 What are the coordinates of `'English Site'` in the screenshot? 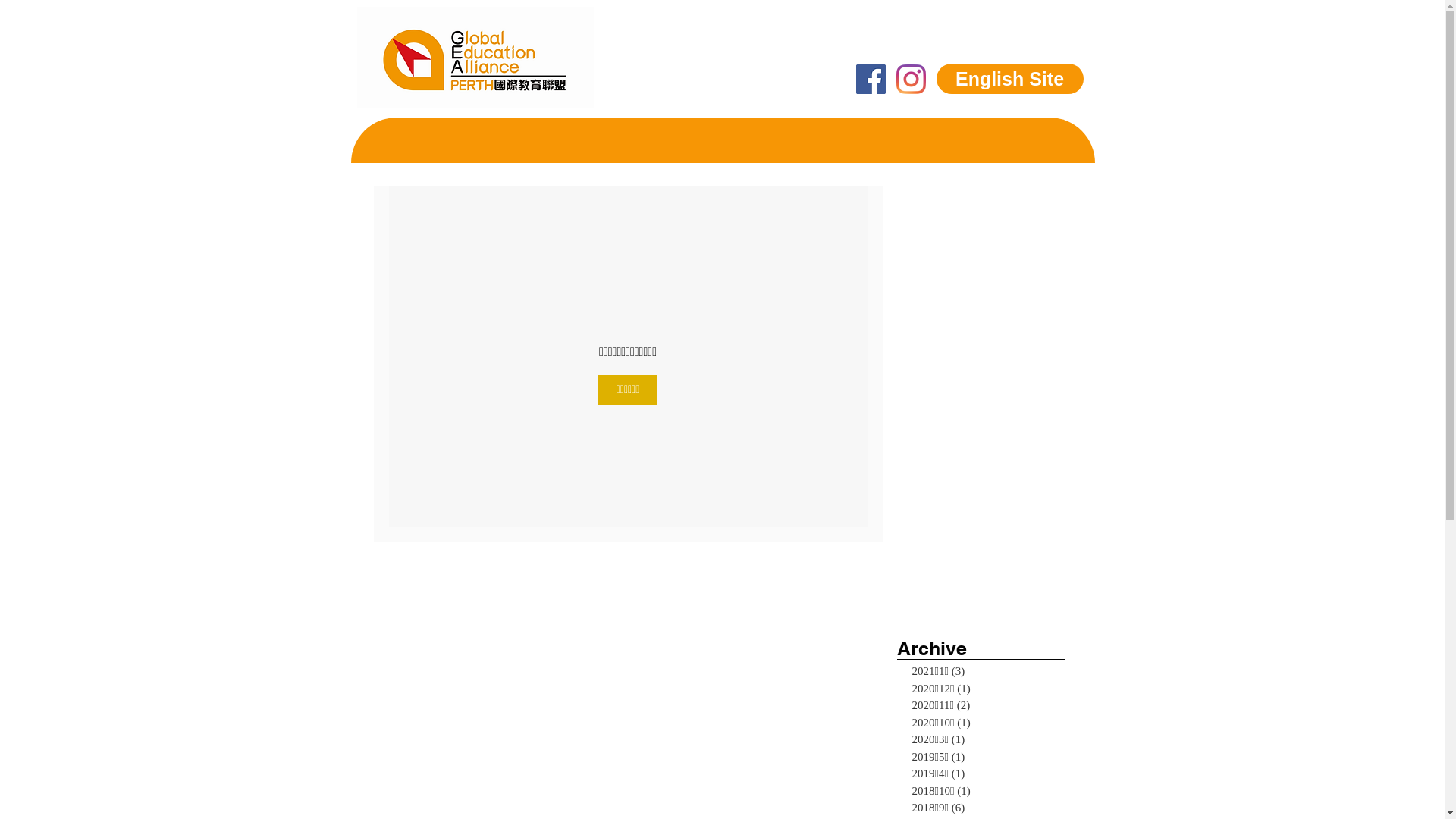 It's located at (1009, 79).